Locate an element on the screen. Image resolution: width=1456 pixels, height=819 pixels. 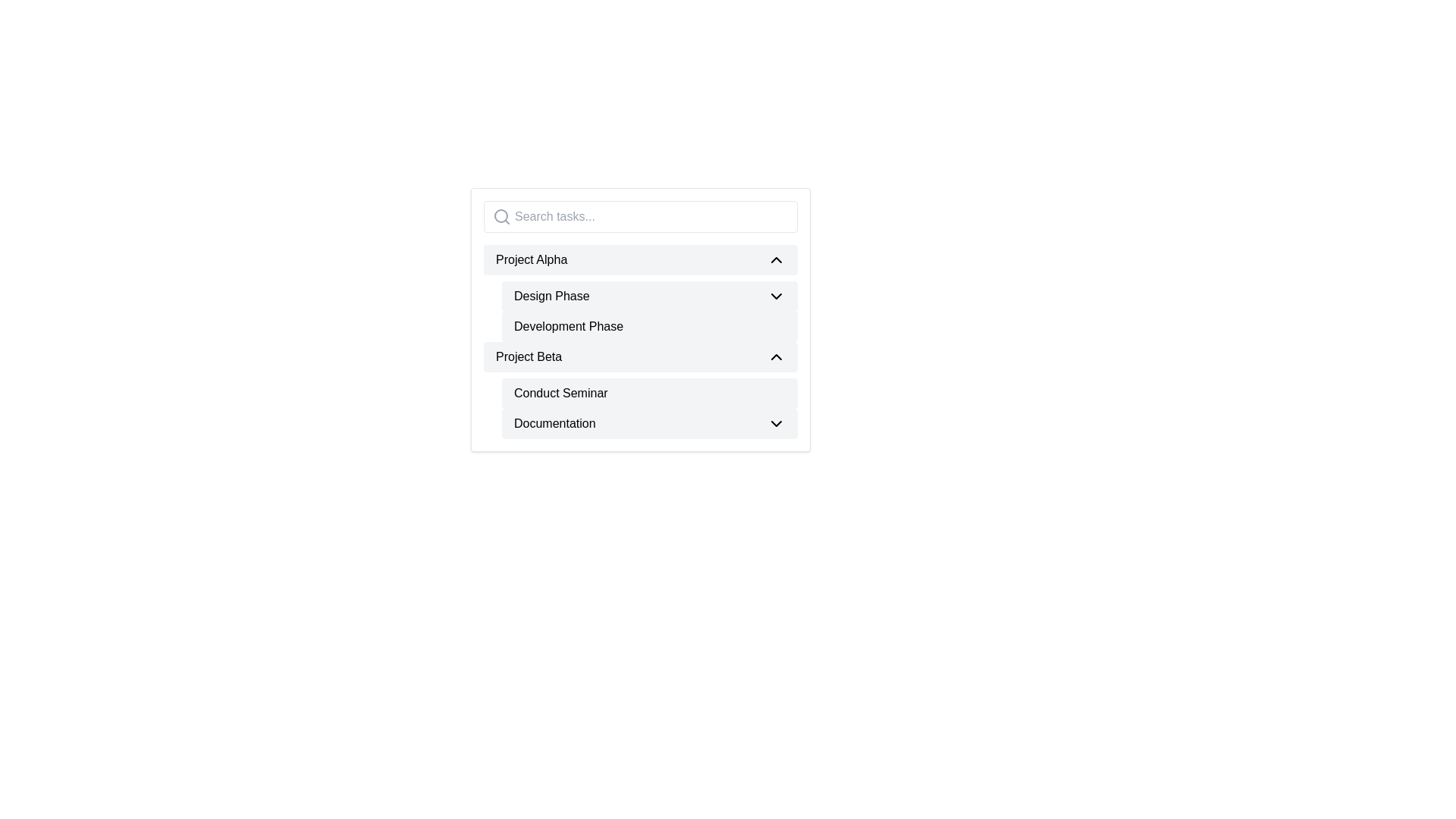
the chevron icon located to the right of the 'Project Alpha' text in the vertical list layout, which is positioned at the top of the list is located at coordinates (776, 259).